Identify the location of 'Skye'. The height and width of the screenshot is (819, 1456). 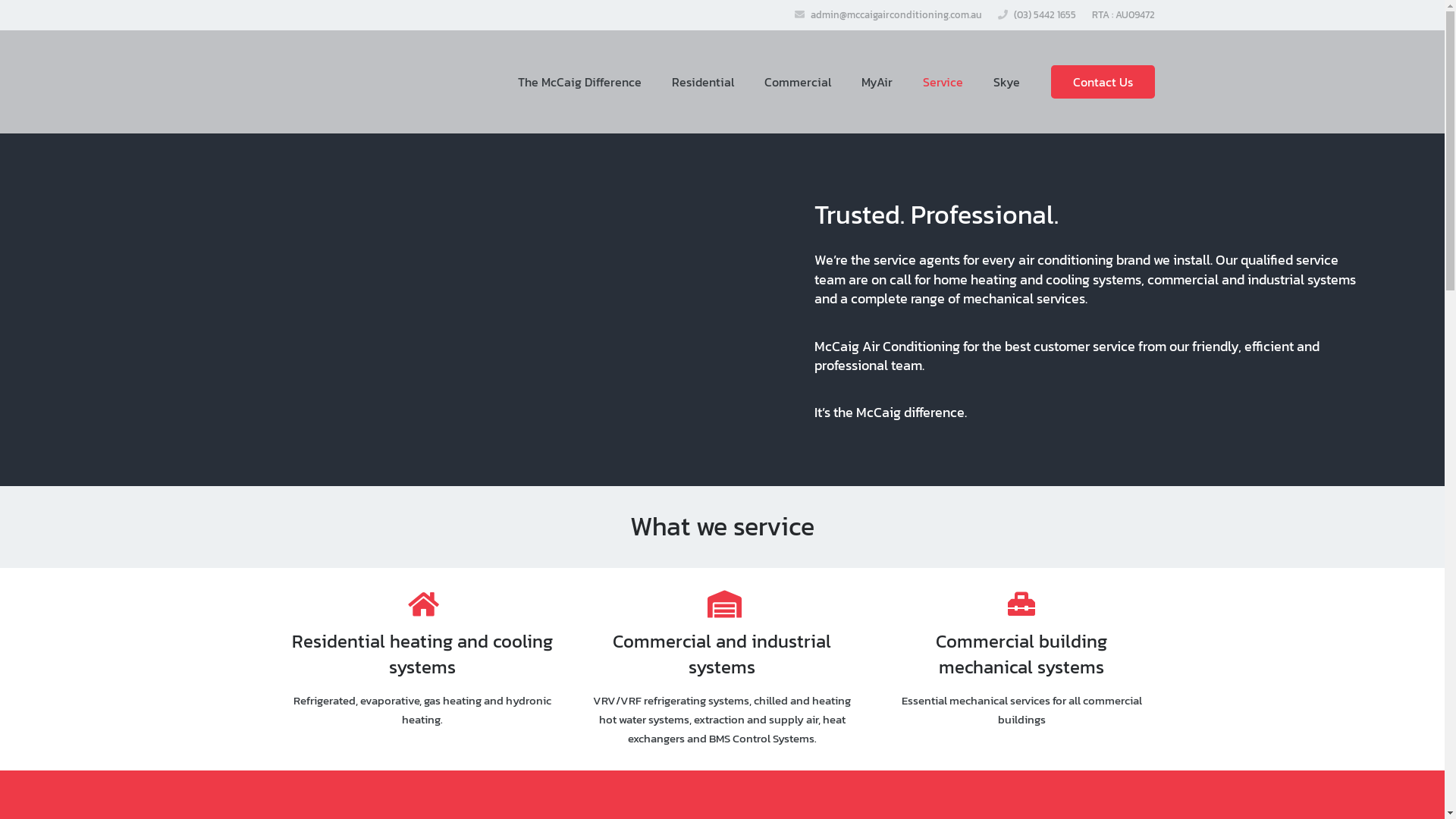
(978, 82).